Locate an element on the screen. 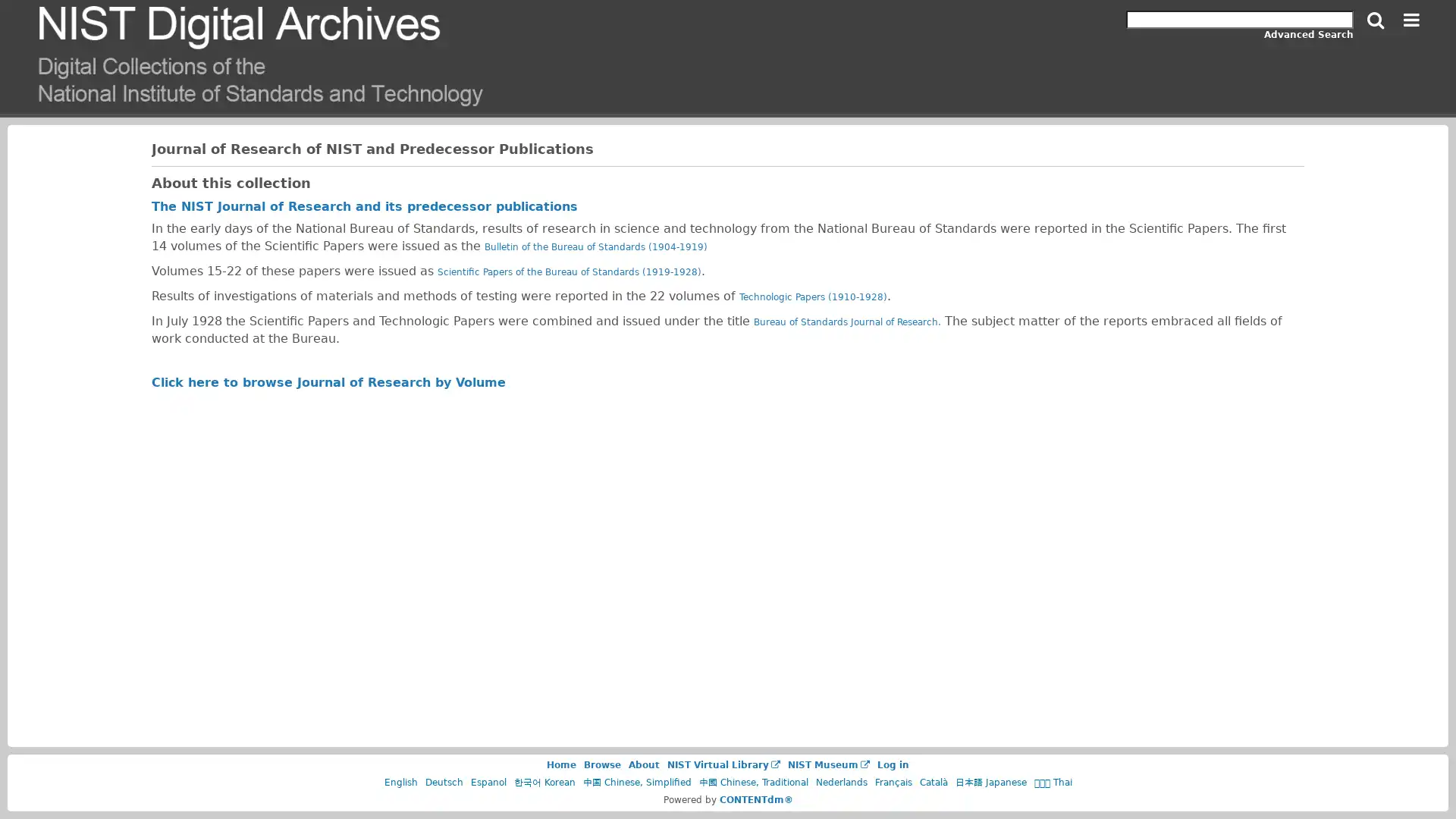  Thai is located at coordinates (1051, 783).